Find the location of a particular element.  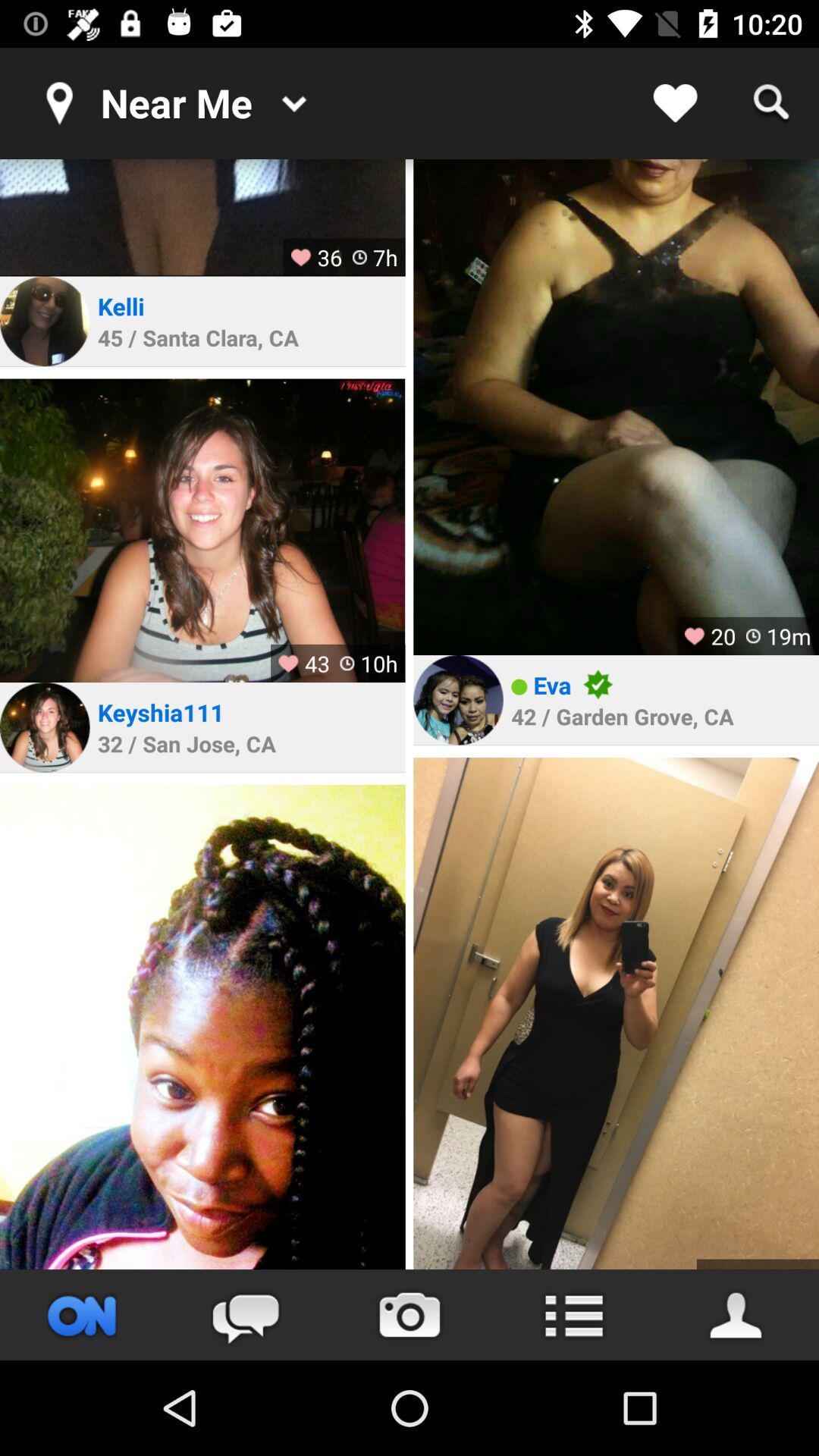

the eva item is located at coordinates (552, 684).